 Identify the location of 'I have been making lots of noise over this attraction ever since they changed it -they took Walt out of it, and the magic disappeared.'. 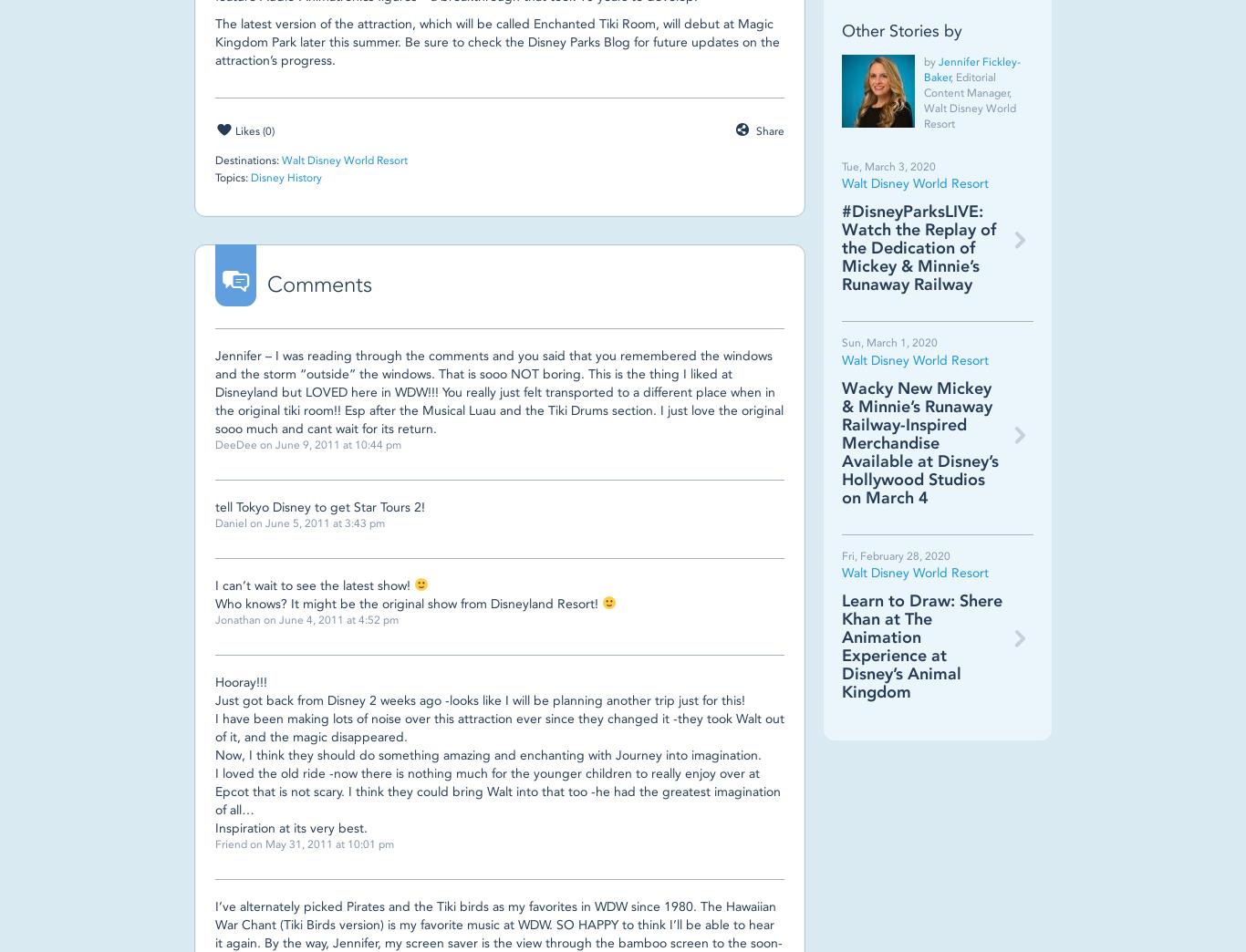
(500, 727).